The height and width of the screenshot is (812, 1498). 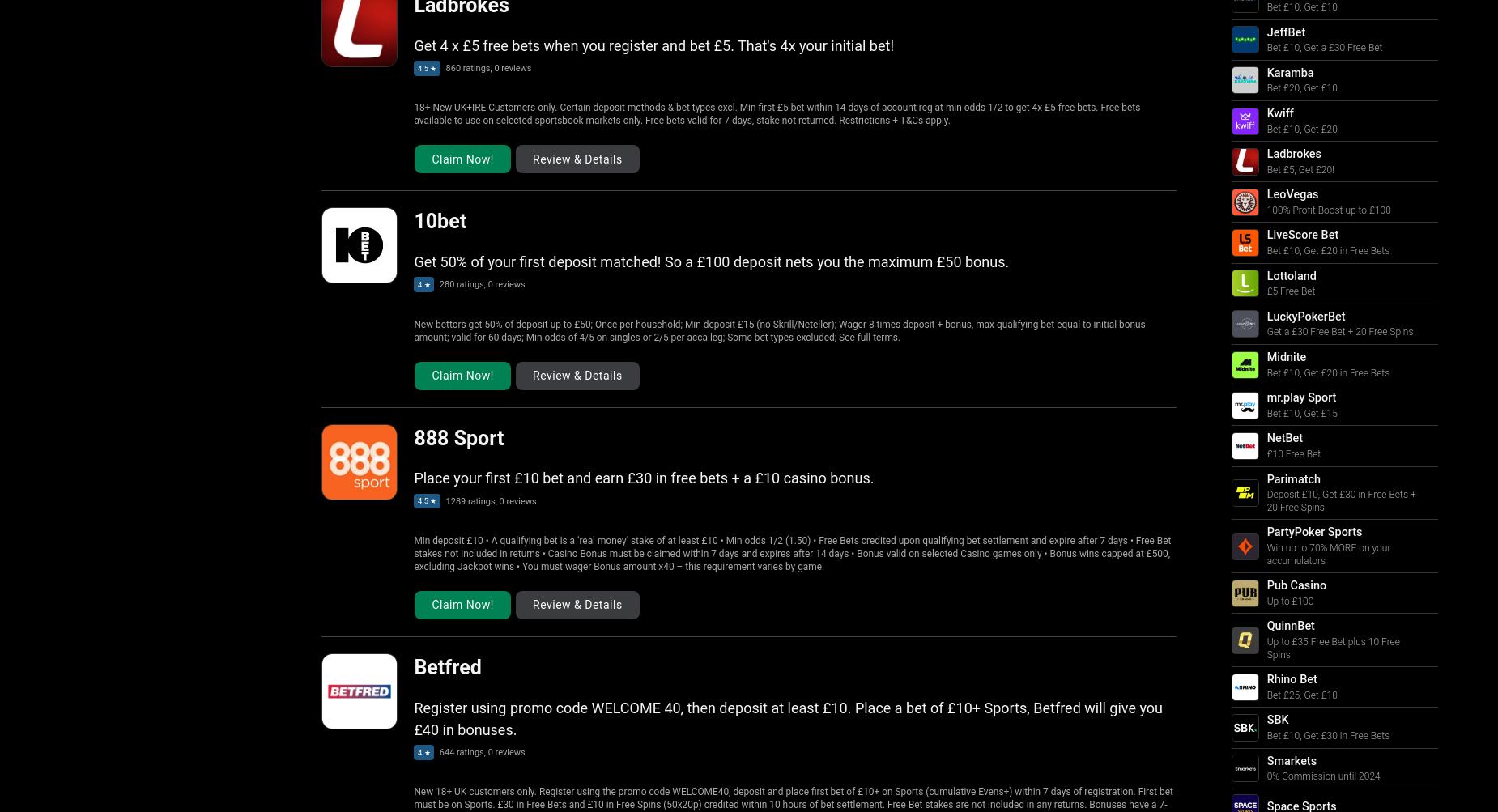 I want to click on 'Betfred', so click(x=447, y=666).